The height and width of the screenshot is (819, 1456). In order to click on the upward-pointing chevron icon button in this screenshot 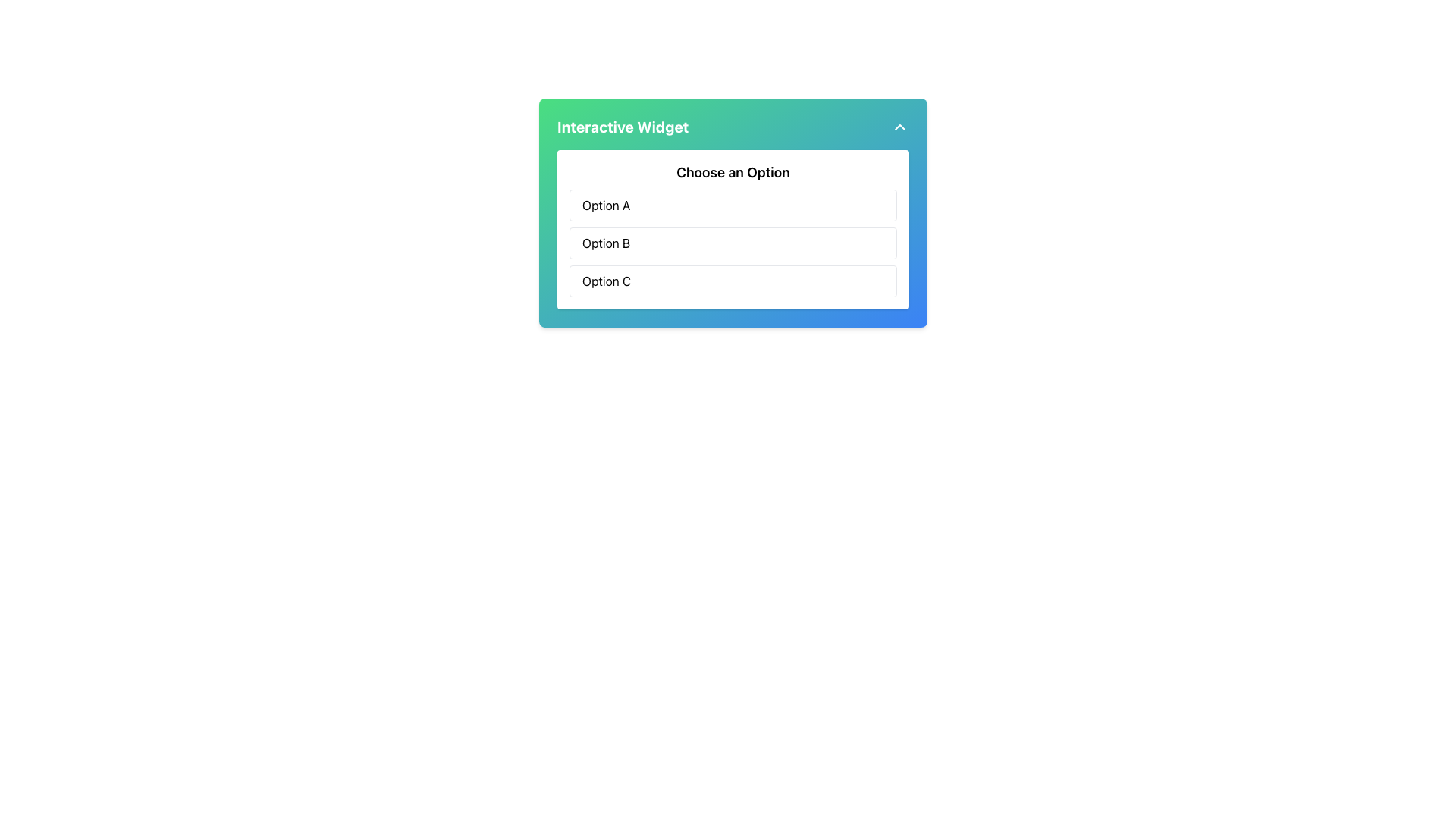, I will do `click(899, 127)`.